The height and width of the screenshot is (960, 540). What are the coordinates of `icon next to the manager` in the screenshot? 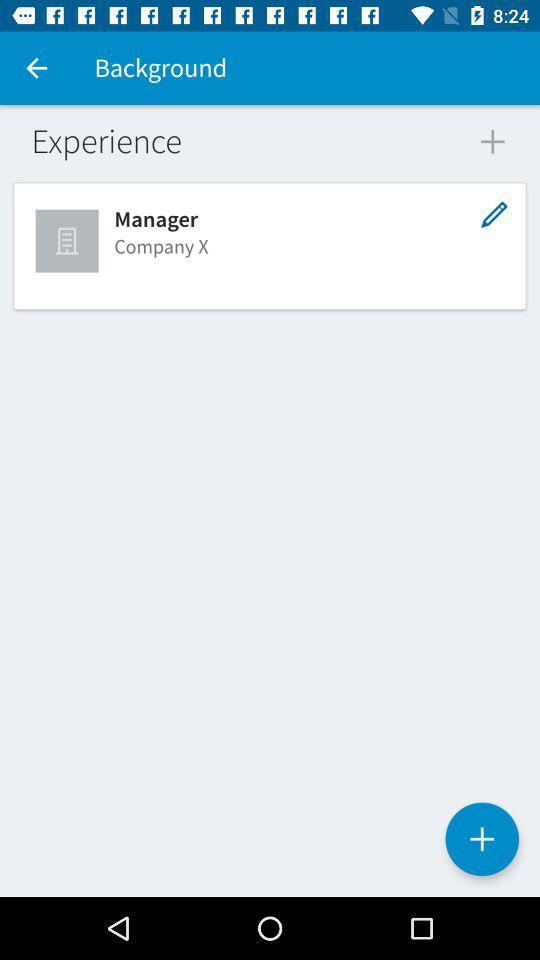 It's located at (68, 240).